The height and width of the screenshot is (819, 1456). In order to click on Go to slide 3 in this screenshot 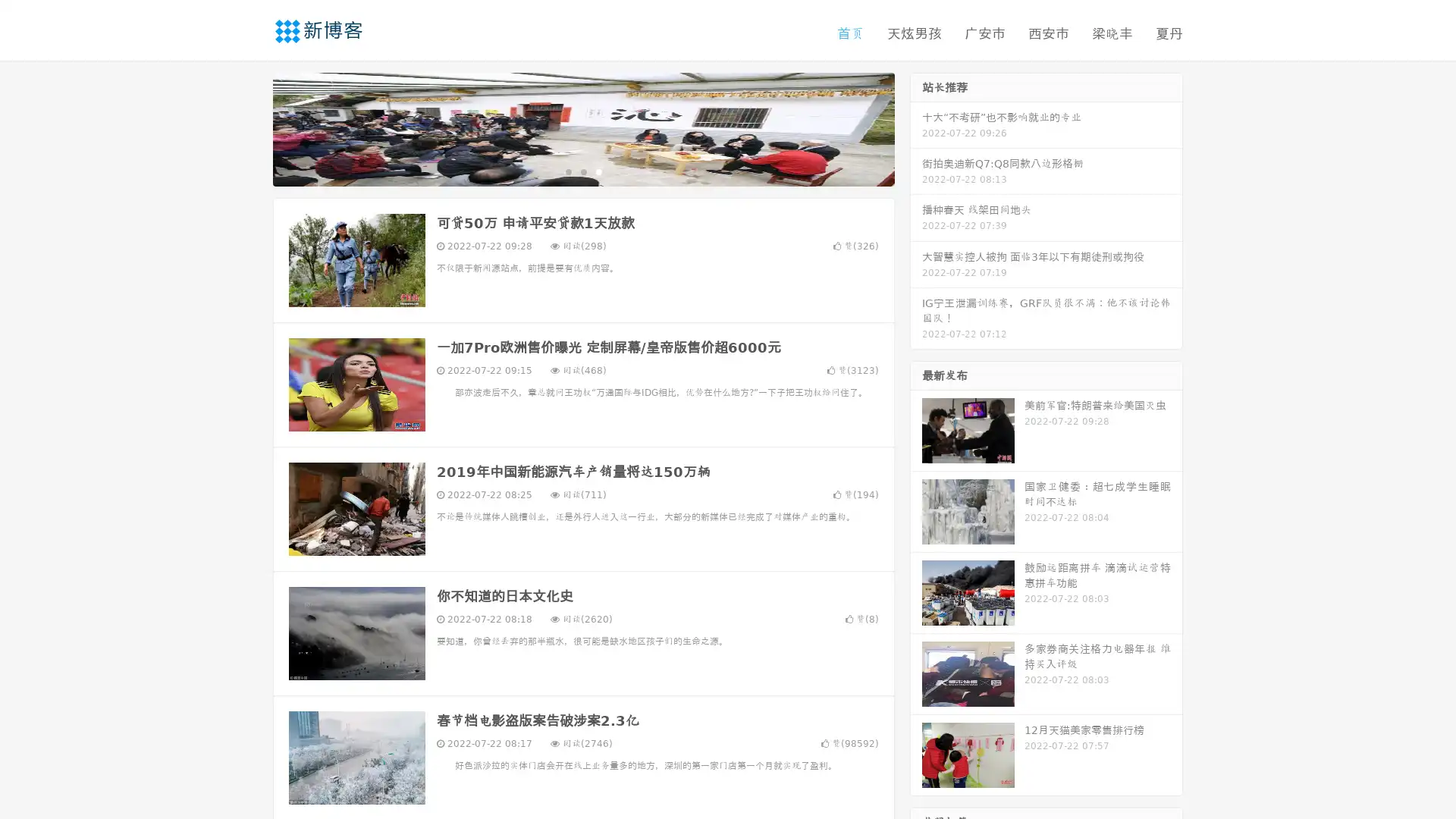, I will do `click(598, 171)`.